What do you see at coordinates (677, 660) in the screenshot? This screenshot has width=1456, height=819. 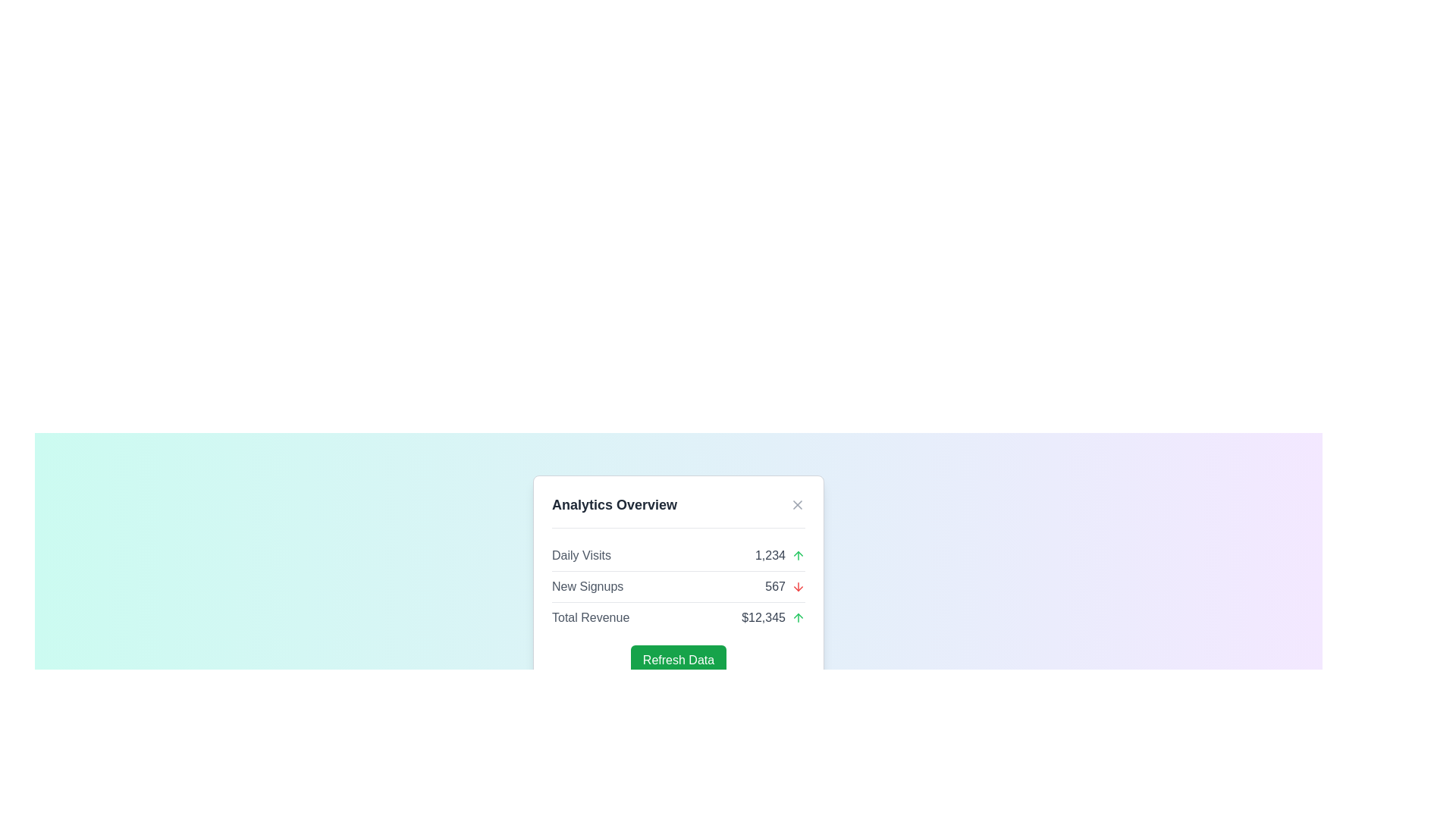 I see `the refresh button located at the bottom center of the 'Analytics Overview' card` at bounding box center [677, 660].